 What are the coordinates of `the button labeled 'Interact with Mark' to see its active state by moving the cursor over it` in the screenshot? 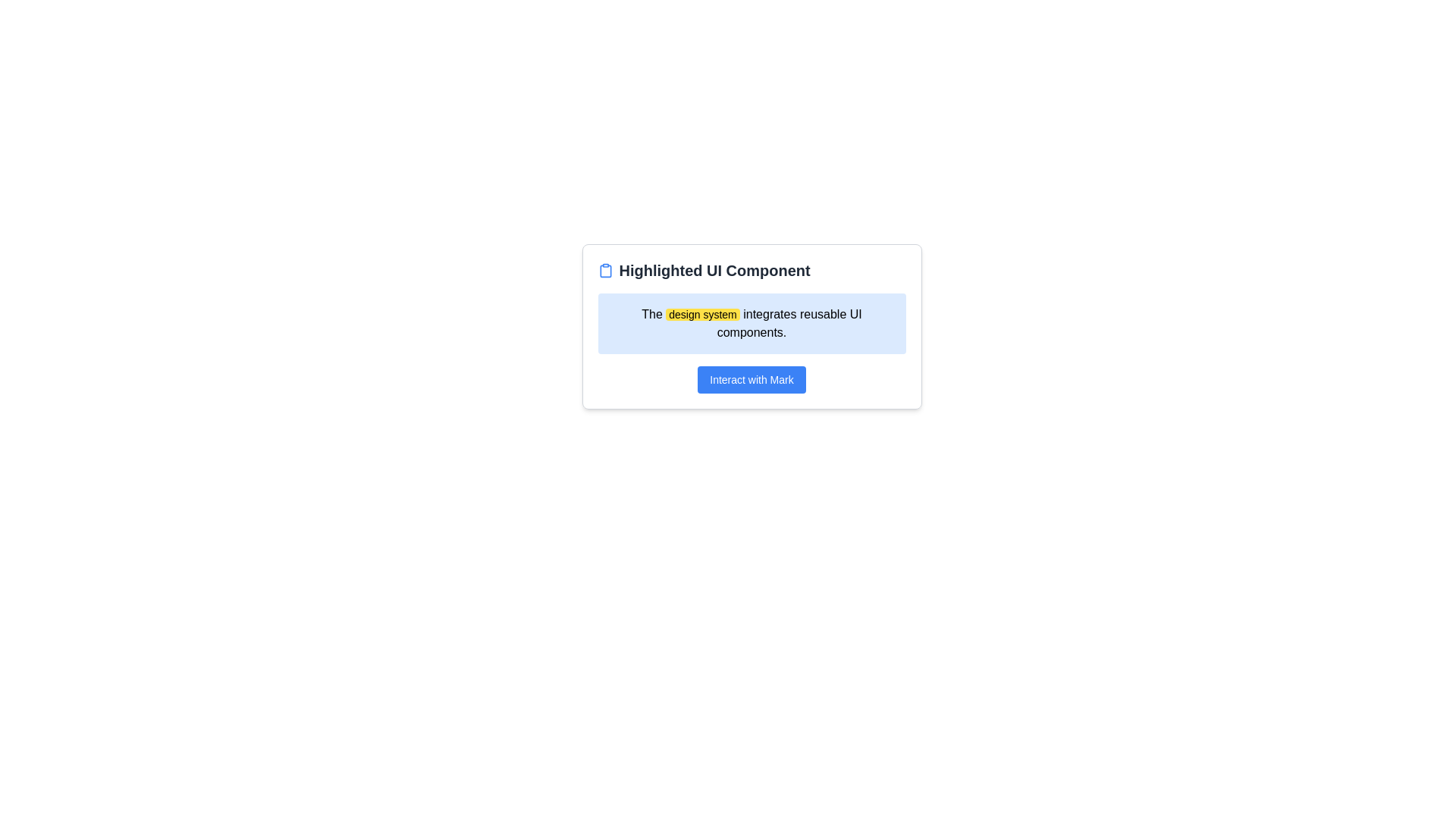 It's located at (752, 379).